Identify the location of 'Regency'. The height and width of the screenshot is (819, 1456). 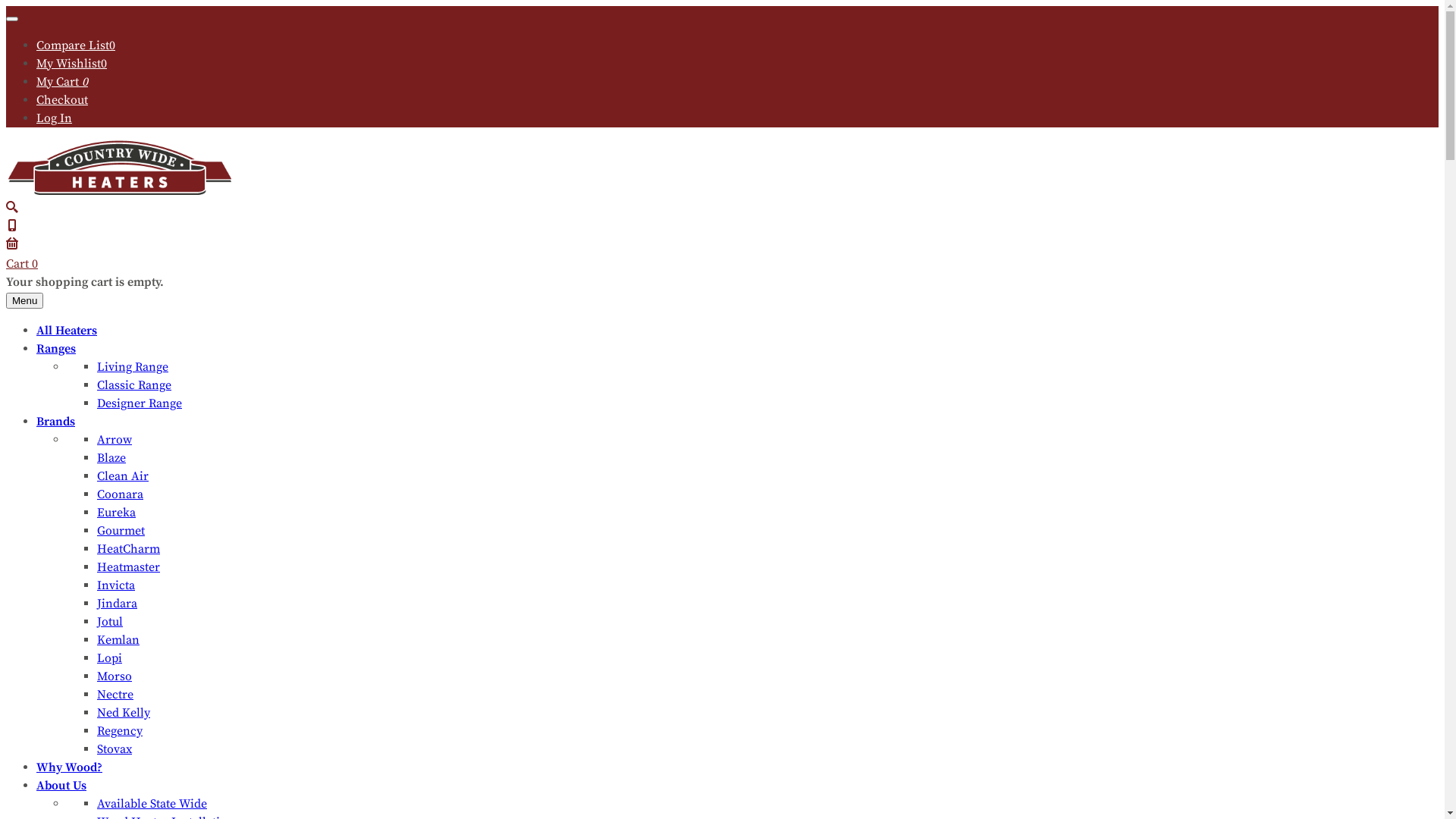
(119, 730).